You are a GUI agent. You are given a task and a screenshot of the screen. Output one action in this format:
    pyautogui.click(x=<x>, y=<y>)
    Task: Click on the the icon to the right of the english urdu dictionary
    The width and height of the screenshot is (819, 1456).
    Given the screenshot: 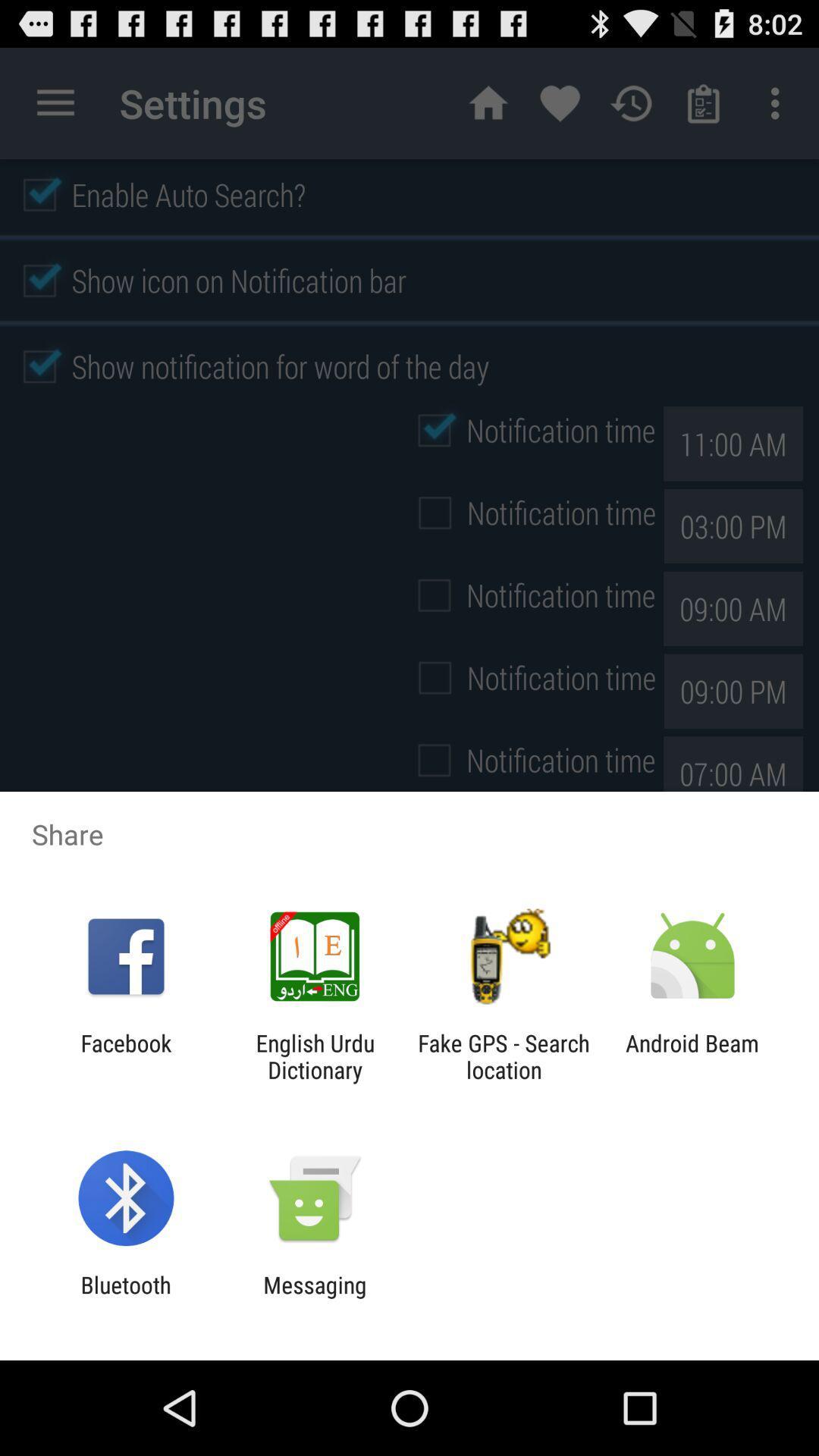 What is the action you would take?
    pyautogui.click(x=504, y=1056)
    